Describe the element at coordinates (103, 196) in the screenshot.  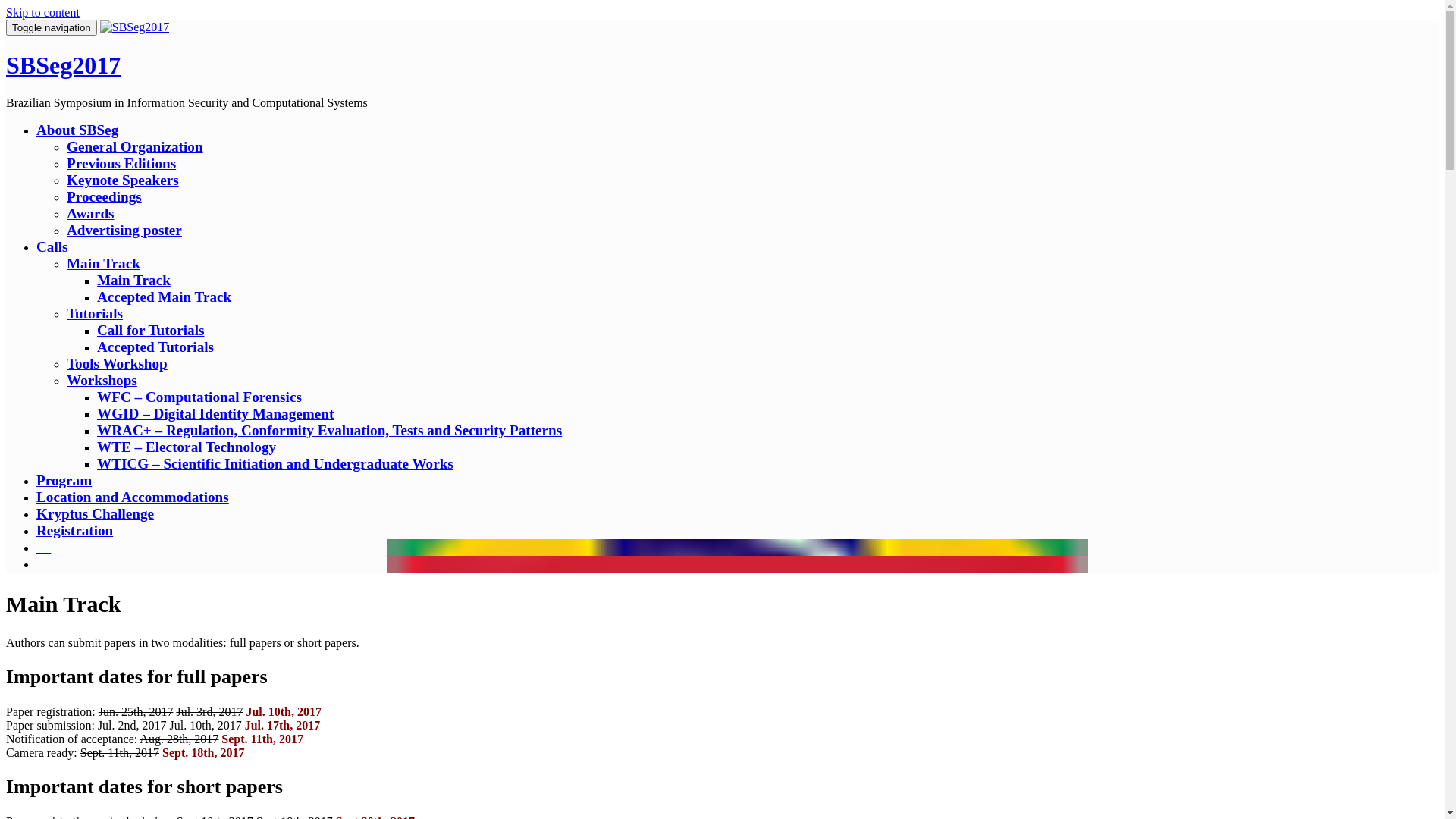
I see `'Proceedings'` at that location.